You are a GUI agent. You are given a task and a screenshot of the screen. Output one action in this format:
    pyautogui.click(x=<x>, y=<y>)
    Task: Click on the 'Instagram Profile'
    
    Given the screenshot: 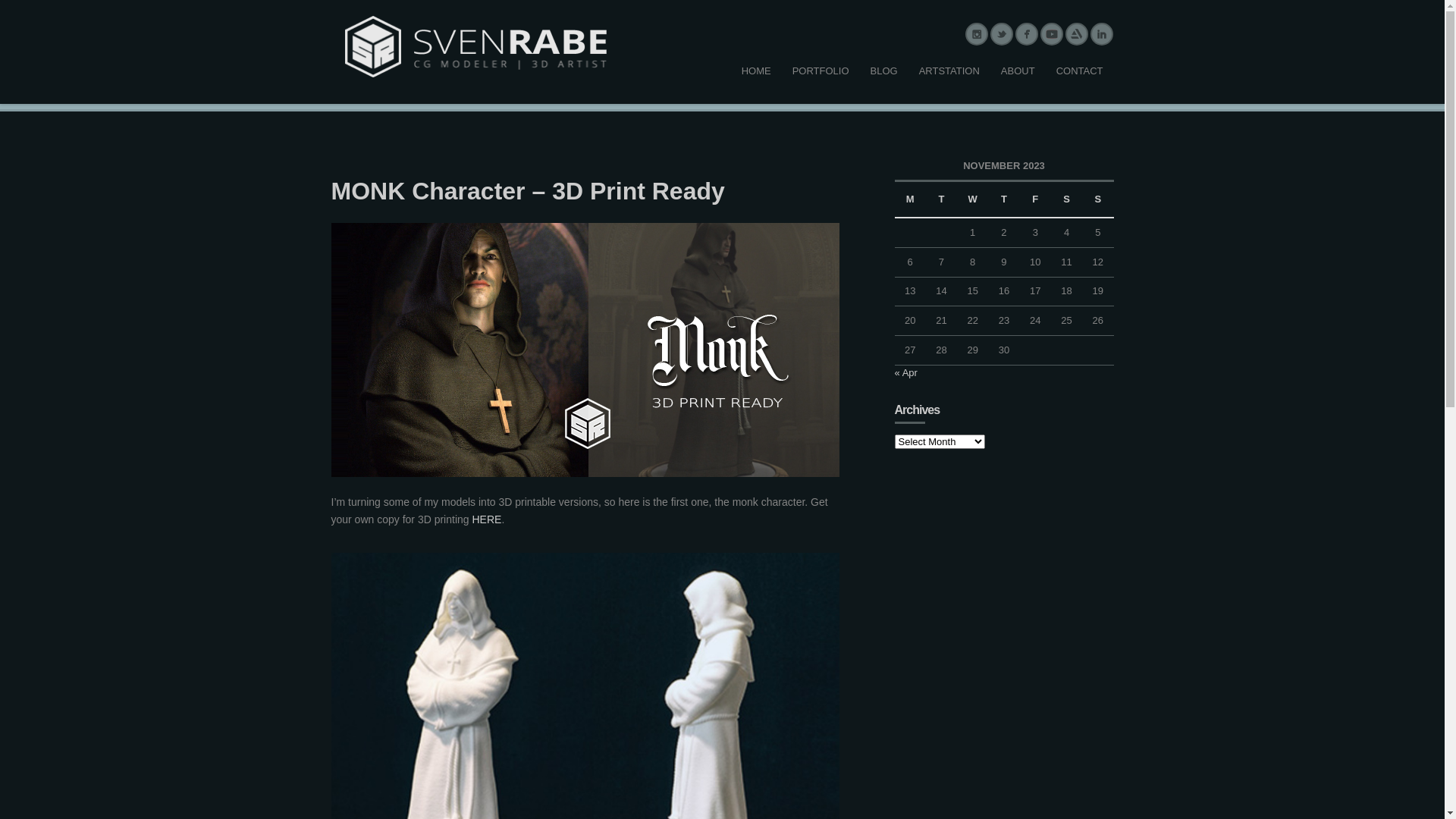 What is the action you would take?
    pyautogui.click(x=976, y=34)
    